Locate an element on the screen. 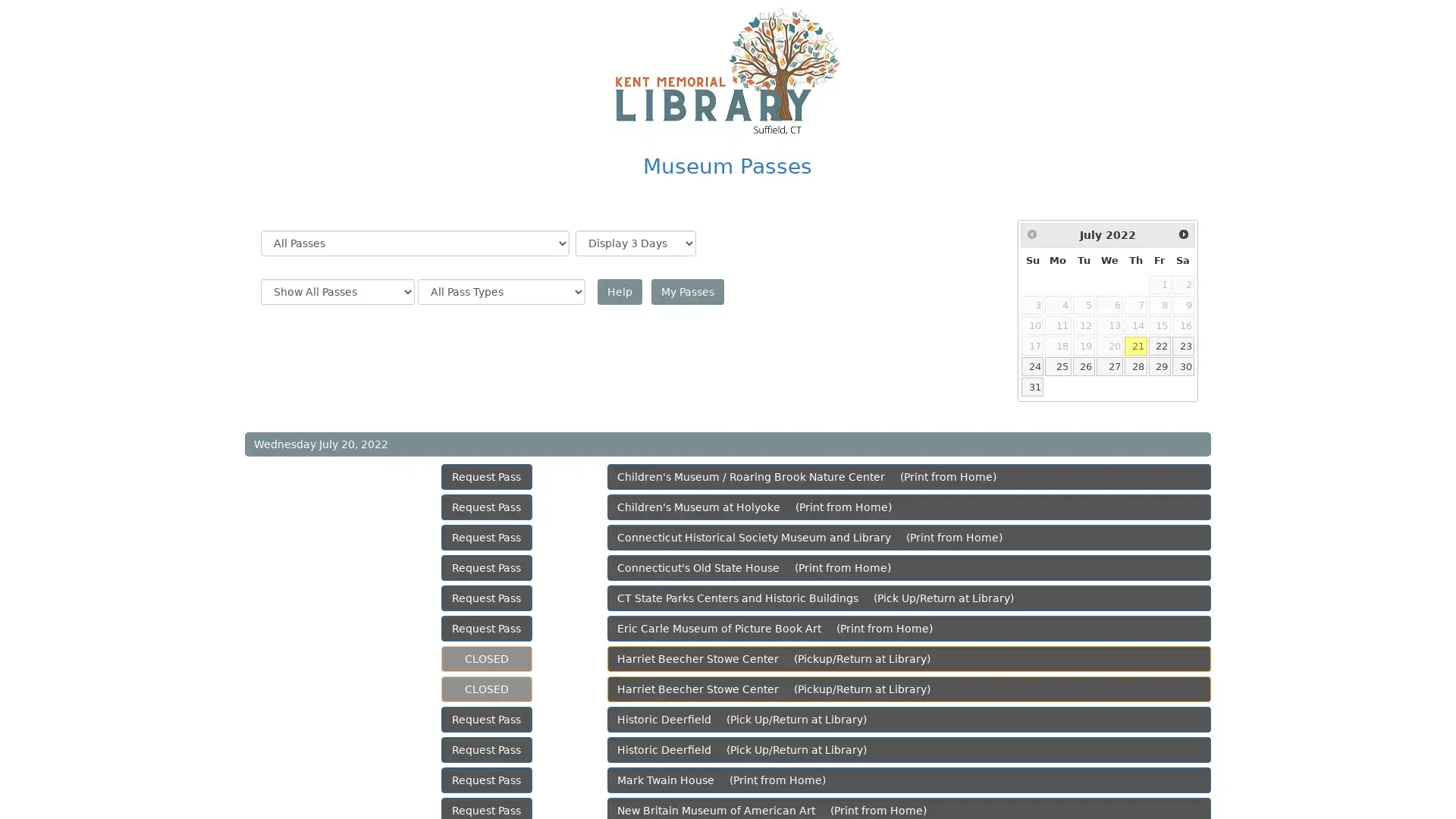 The image size is (1456, 819). Request Pass is located at coordinates (486, 748).